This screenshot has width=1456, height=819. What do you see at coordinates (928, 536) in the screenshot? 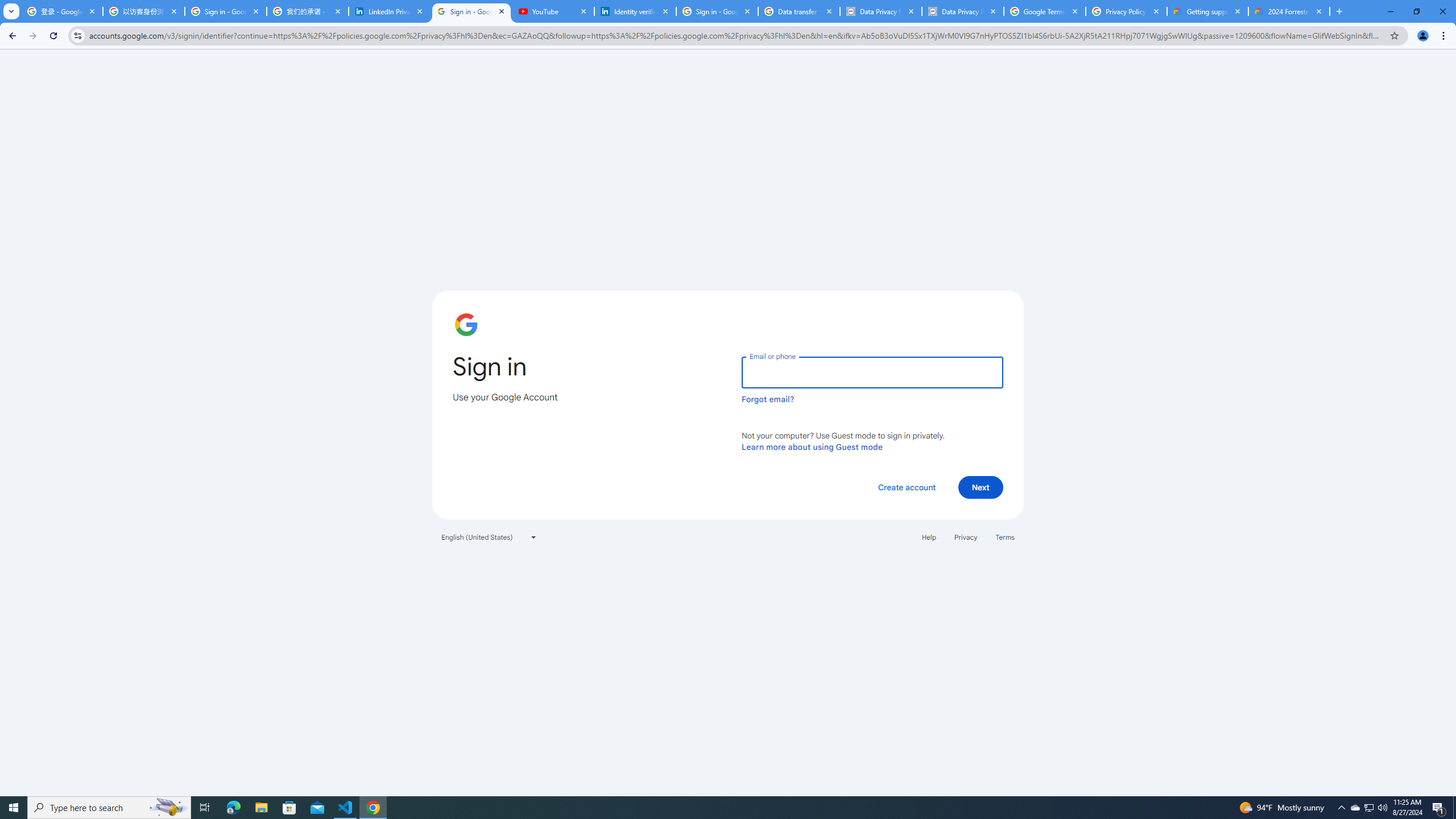
I see `'Help'` at bounding box center [928, 536].